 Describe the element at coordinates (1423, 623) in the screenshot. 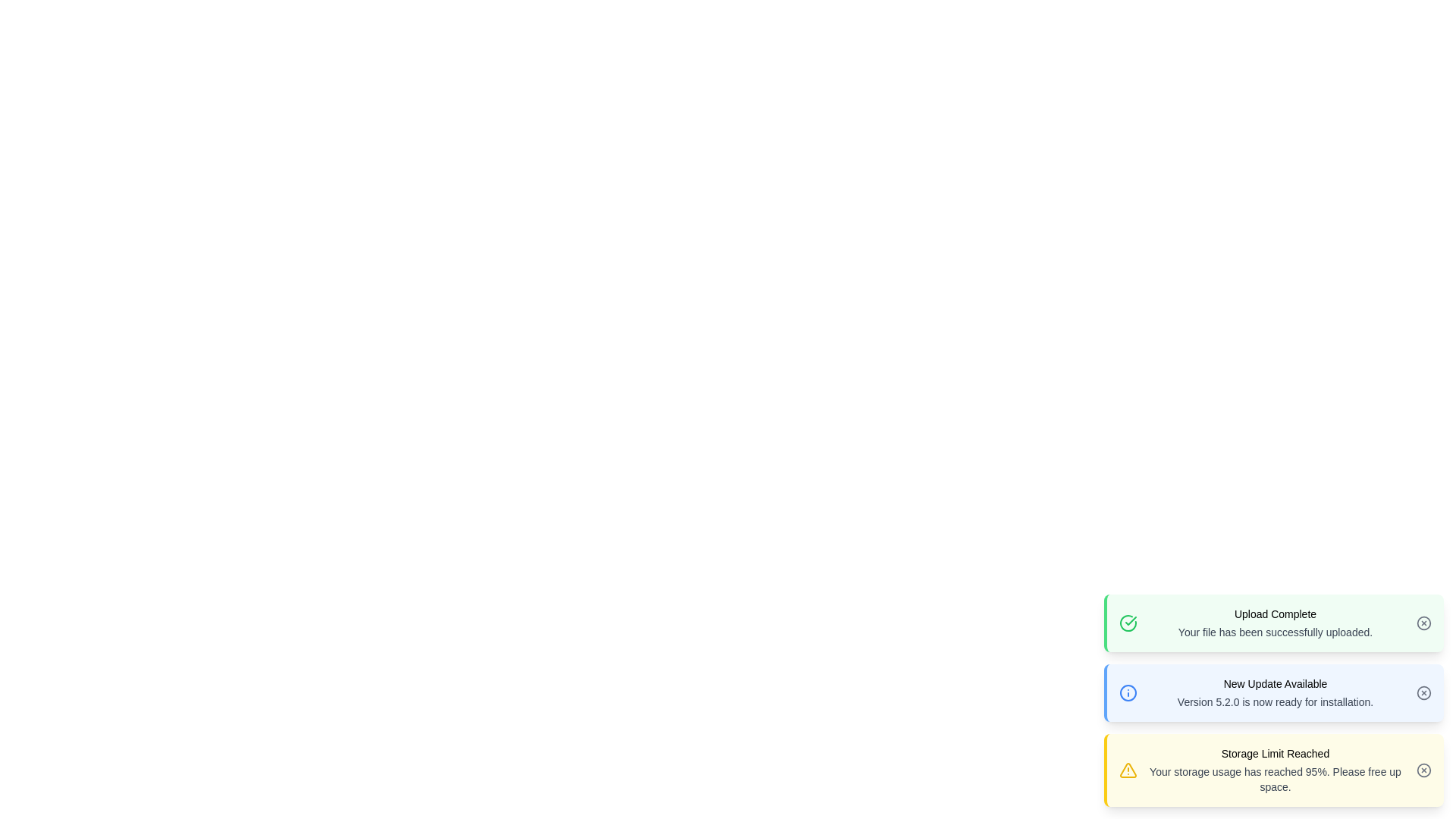

I see `the SVG Circle graphic located in the upper right corner of the 'Upload Complete' notification card, which is part of an icon intended for a close or dismiss action` at that location.